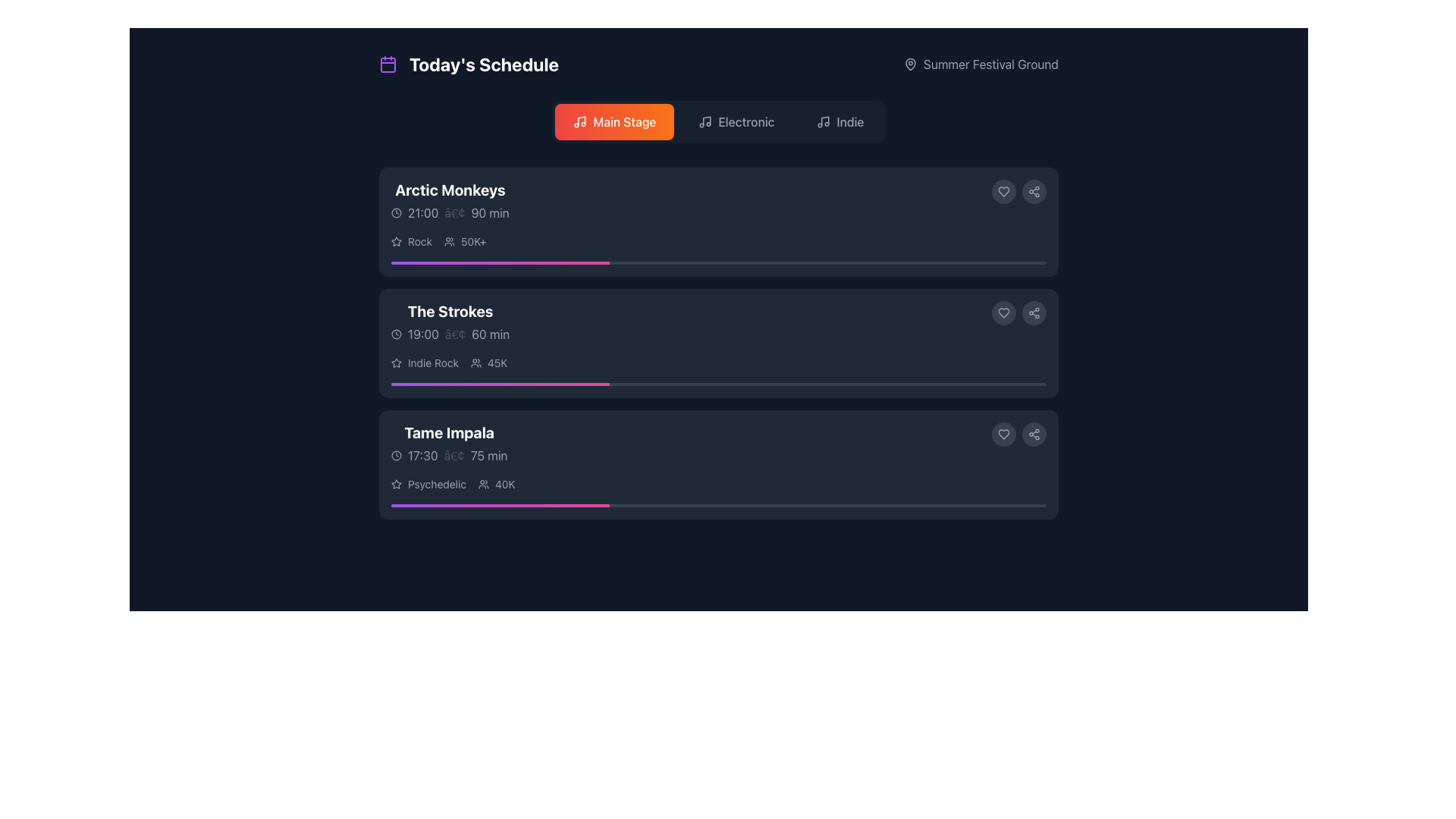 The height and width of the screenshot is (819, 1456). I want to click on the text label displaying '60 min' that is styled in gray and located at the far-right of the schedule row for 'The Strokes', following a middle dot ('•'), so click(491, 333).